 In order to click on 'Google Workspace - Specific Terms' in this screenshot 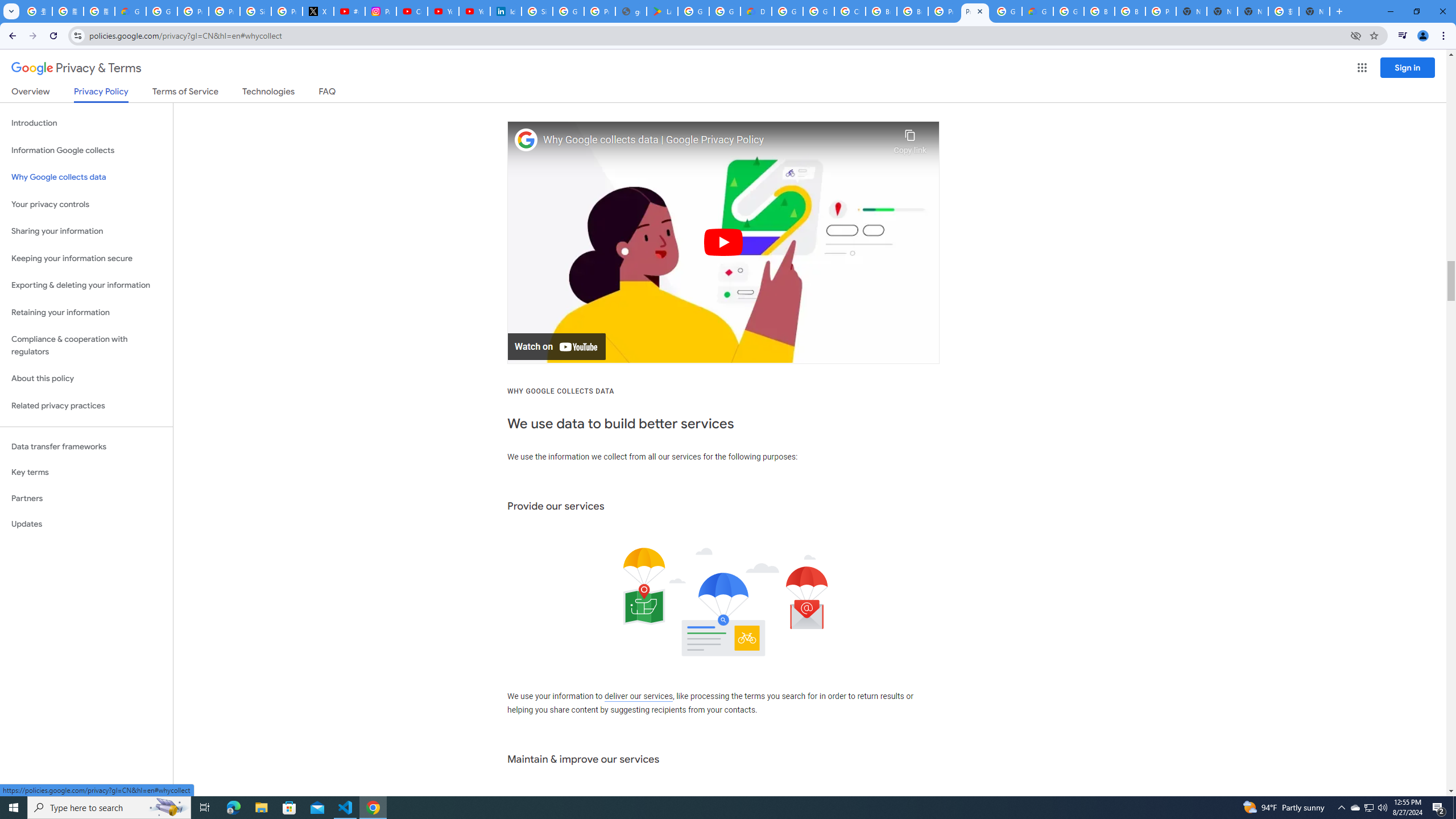, I will do `click(724, 11)`.